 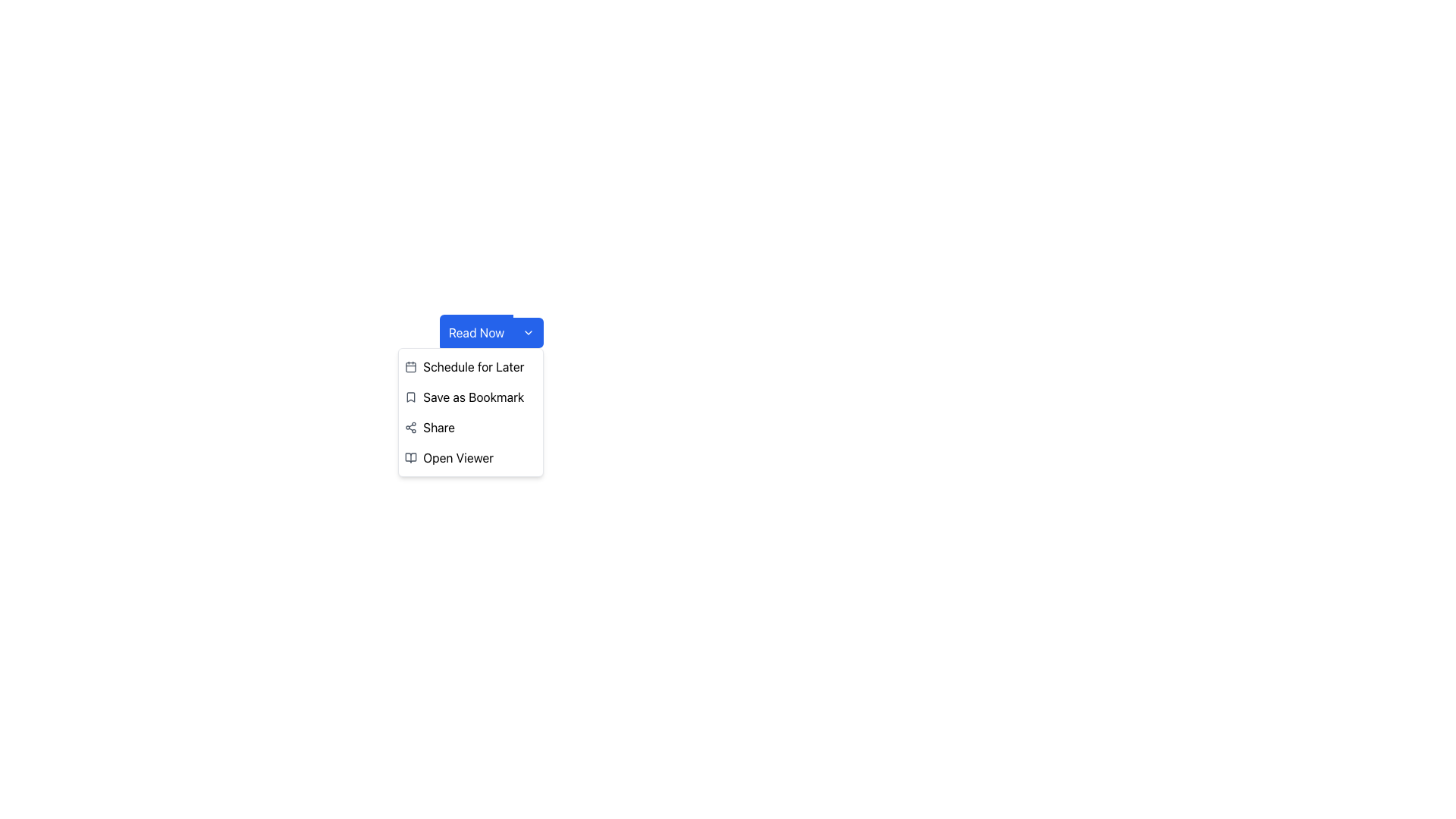 I want to click on the second option in the dropdown list under the blue 'Read Now' button, which allows users to bookmark content for later access, so click(x=470, y=412).